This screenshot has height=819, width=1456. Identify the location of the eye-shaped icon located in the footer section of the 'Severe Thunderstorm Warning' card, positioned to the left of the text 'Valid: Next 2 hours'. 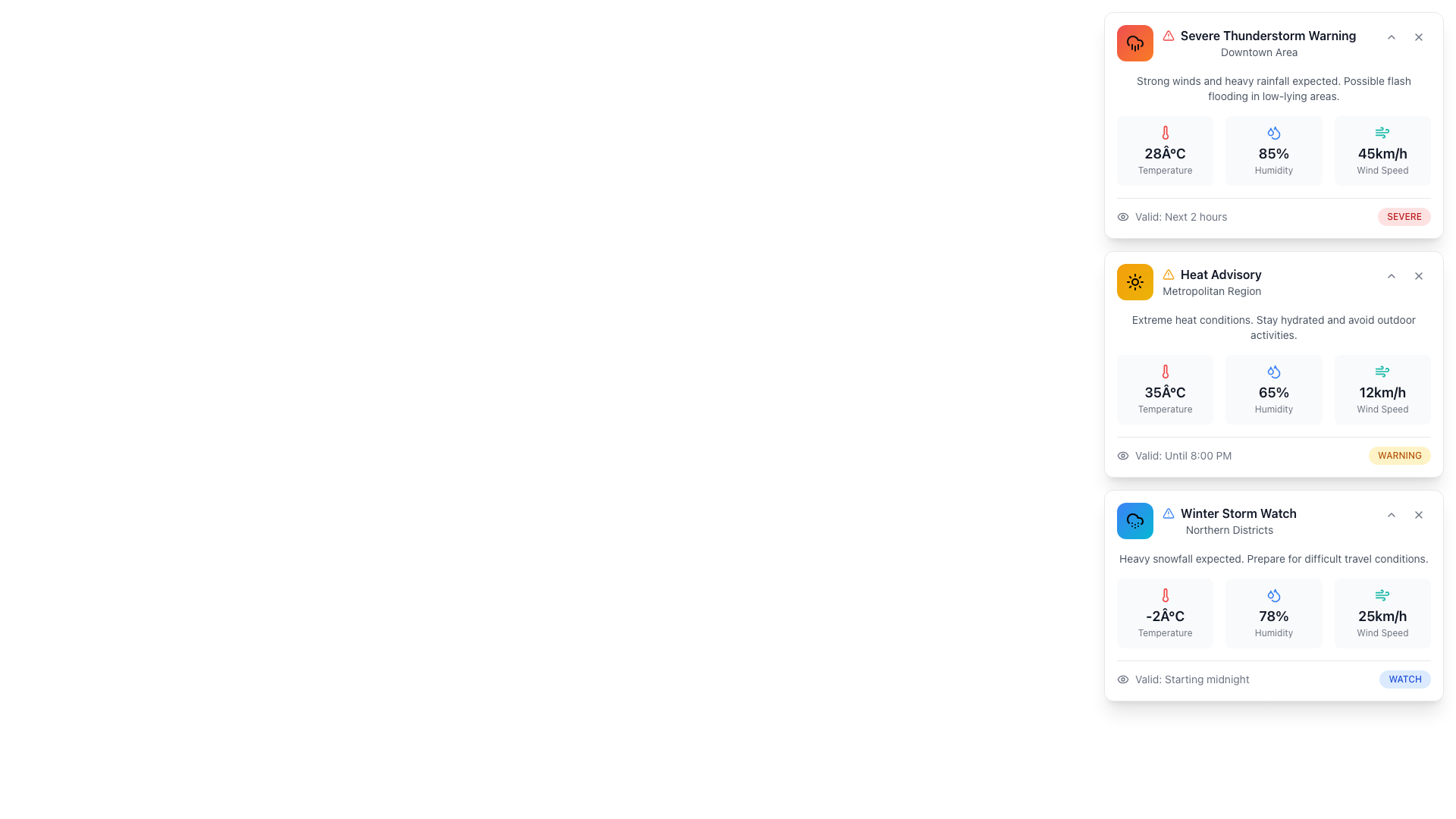
(1123, 216).